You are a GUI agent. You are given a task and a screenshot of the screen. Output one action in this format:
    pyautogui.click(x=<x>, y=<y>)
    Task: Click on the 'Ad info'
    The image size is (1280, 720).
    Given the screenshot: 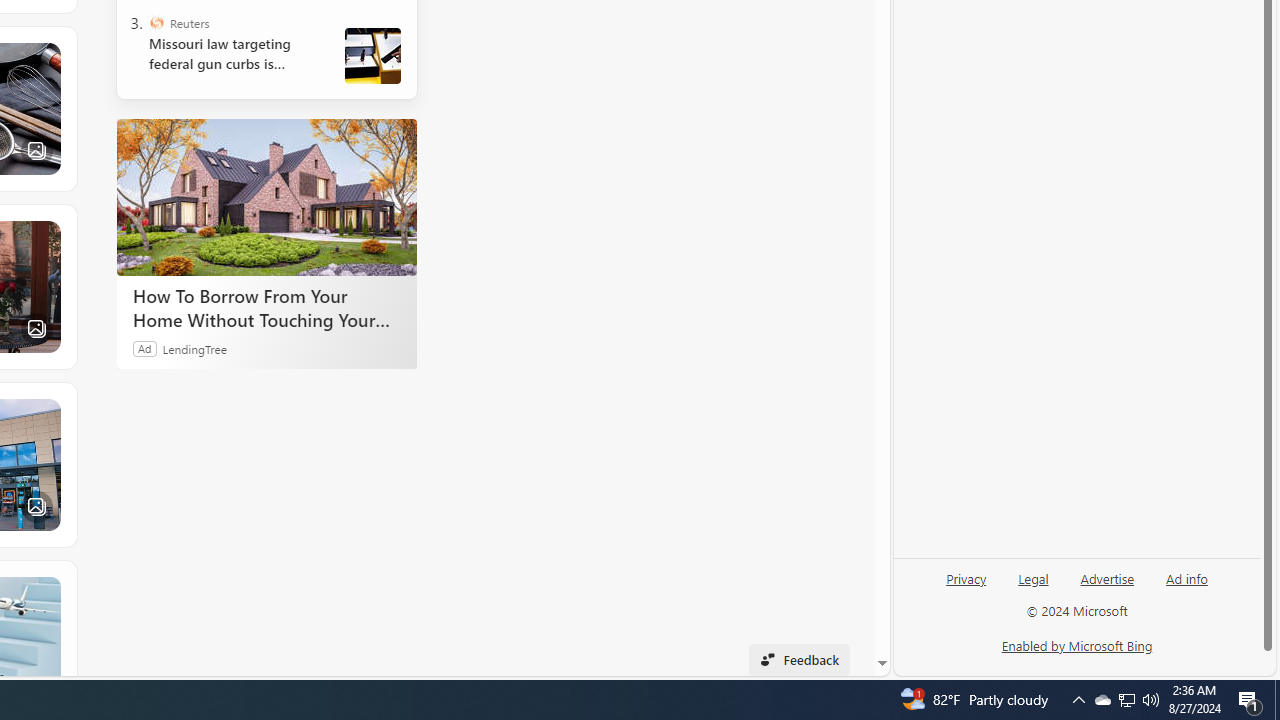 What is the action you would take?
    pyautogui.click(x=1187, y=577)
    